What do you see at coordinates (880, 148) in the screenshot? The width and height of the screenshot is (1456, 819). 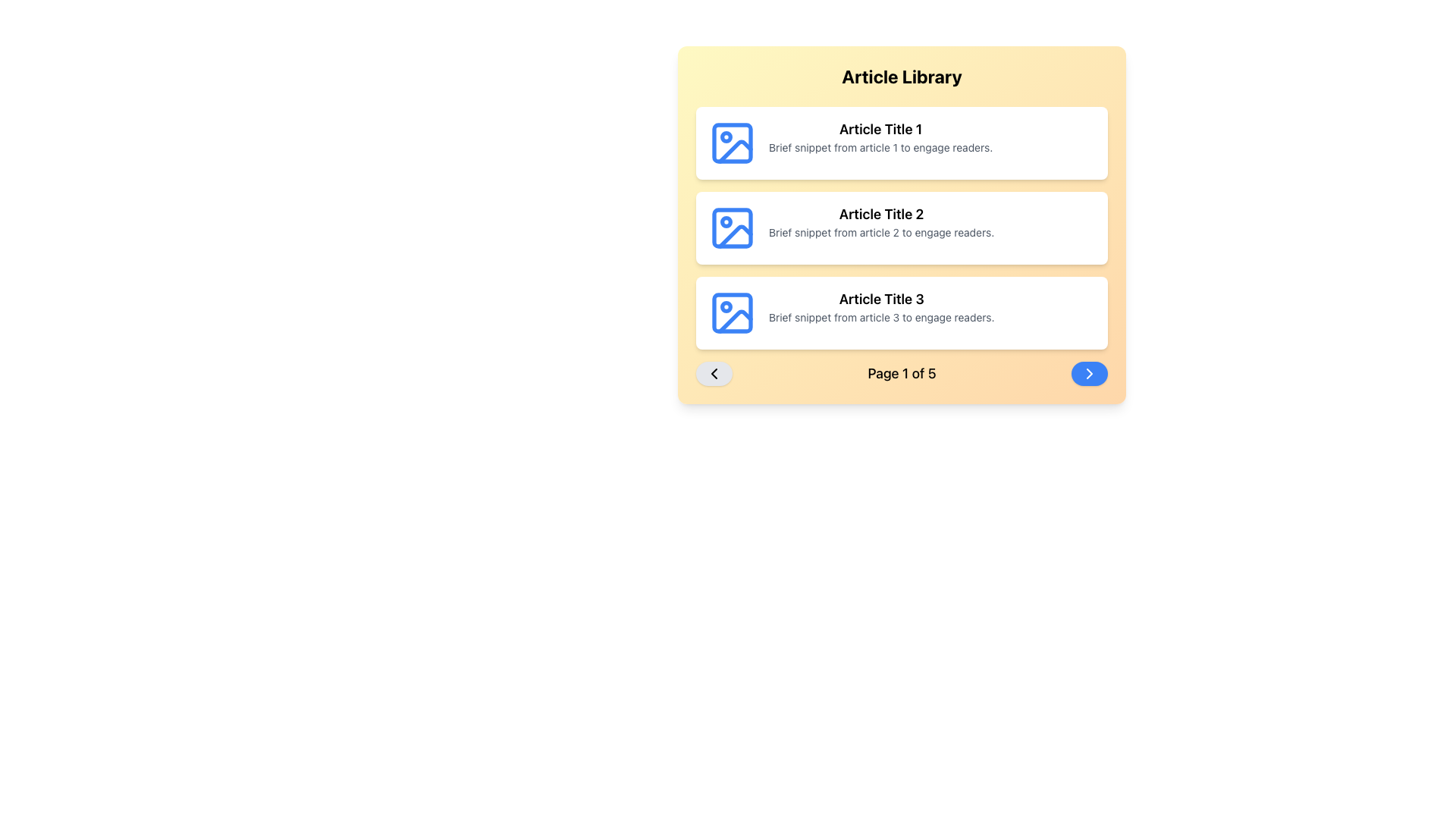 I see `text element styled in small gray font that contains the content 'Brief snippet from article 1 to engage readers.', which is located beneath the title 'Article Title 1' in the first article entry` at bounding box center [880, 148].